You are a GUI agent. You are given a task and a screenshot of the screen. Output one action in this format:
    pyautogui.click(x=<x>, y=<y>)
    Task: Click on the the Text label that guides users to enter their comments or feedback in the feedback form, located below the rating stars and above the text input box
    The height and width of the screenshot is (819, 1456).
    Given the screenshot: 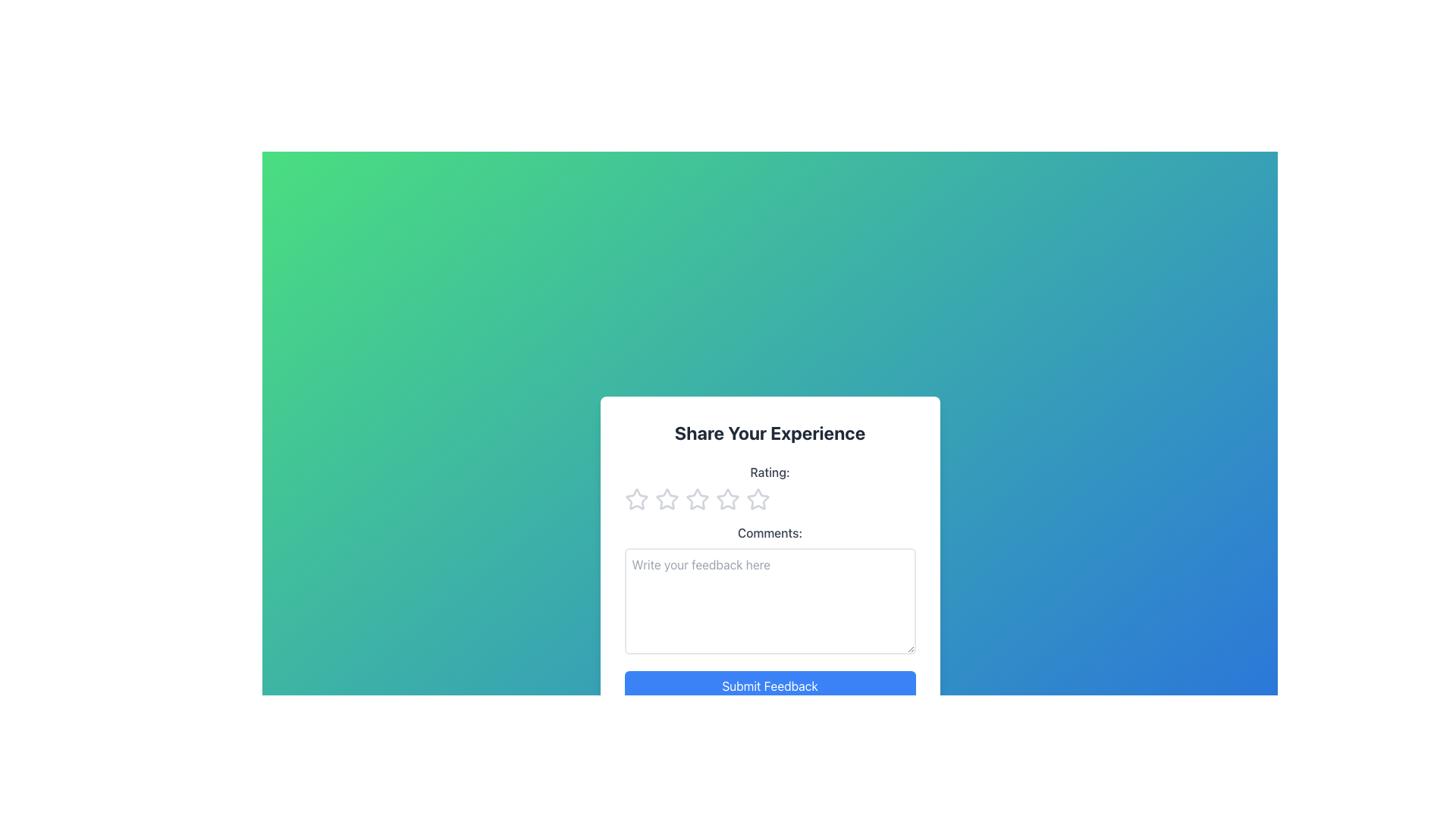 What is the action you would take?
    pyautogui.click(x=770, y=532)
    